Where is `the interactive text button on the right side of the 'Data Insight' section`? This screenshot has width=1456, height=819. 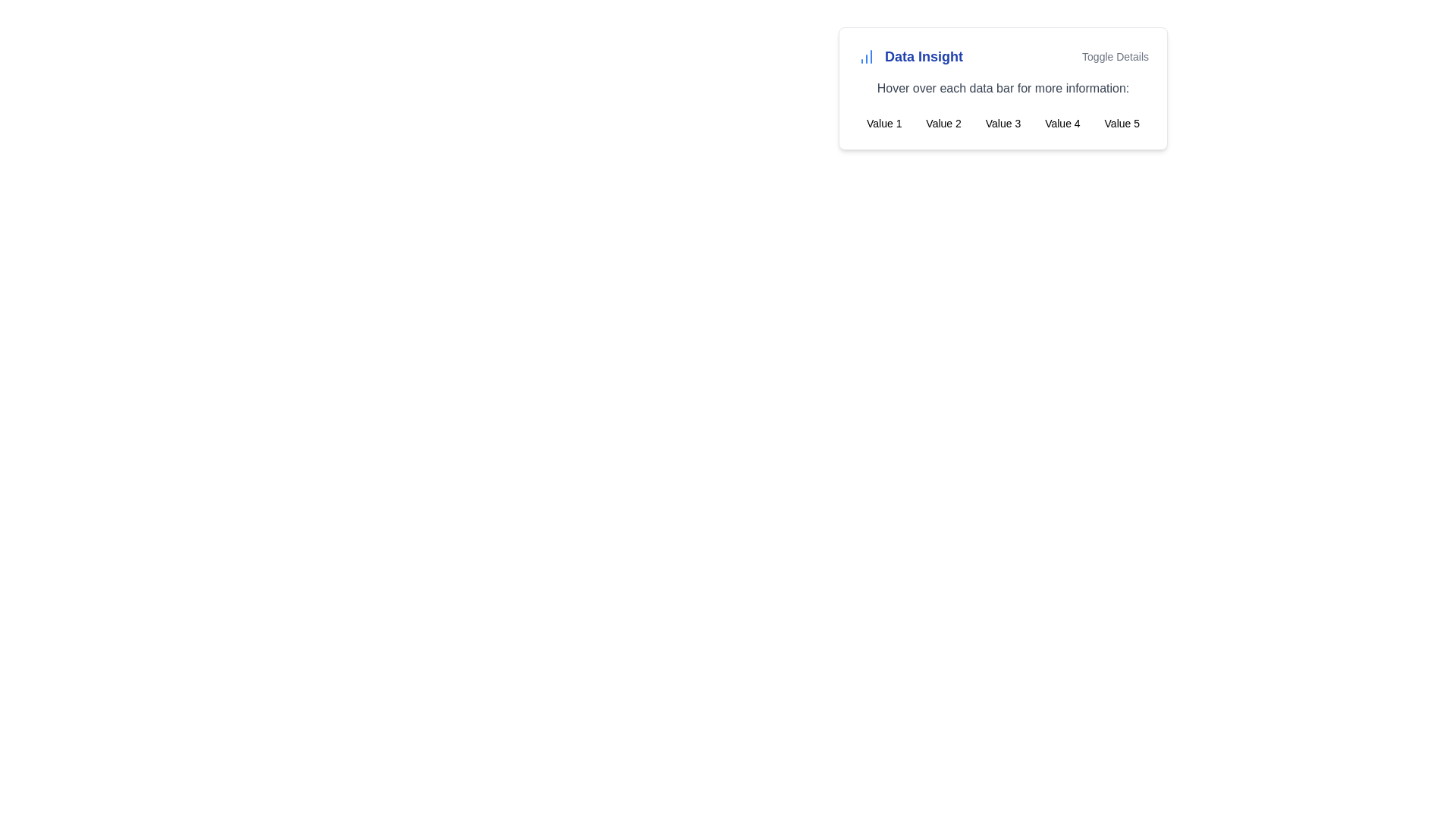
the interactive text button on the right side of the 'Data Insight' section is located at coordinates (1116, 55).